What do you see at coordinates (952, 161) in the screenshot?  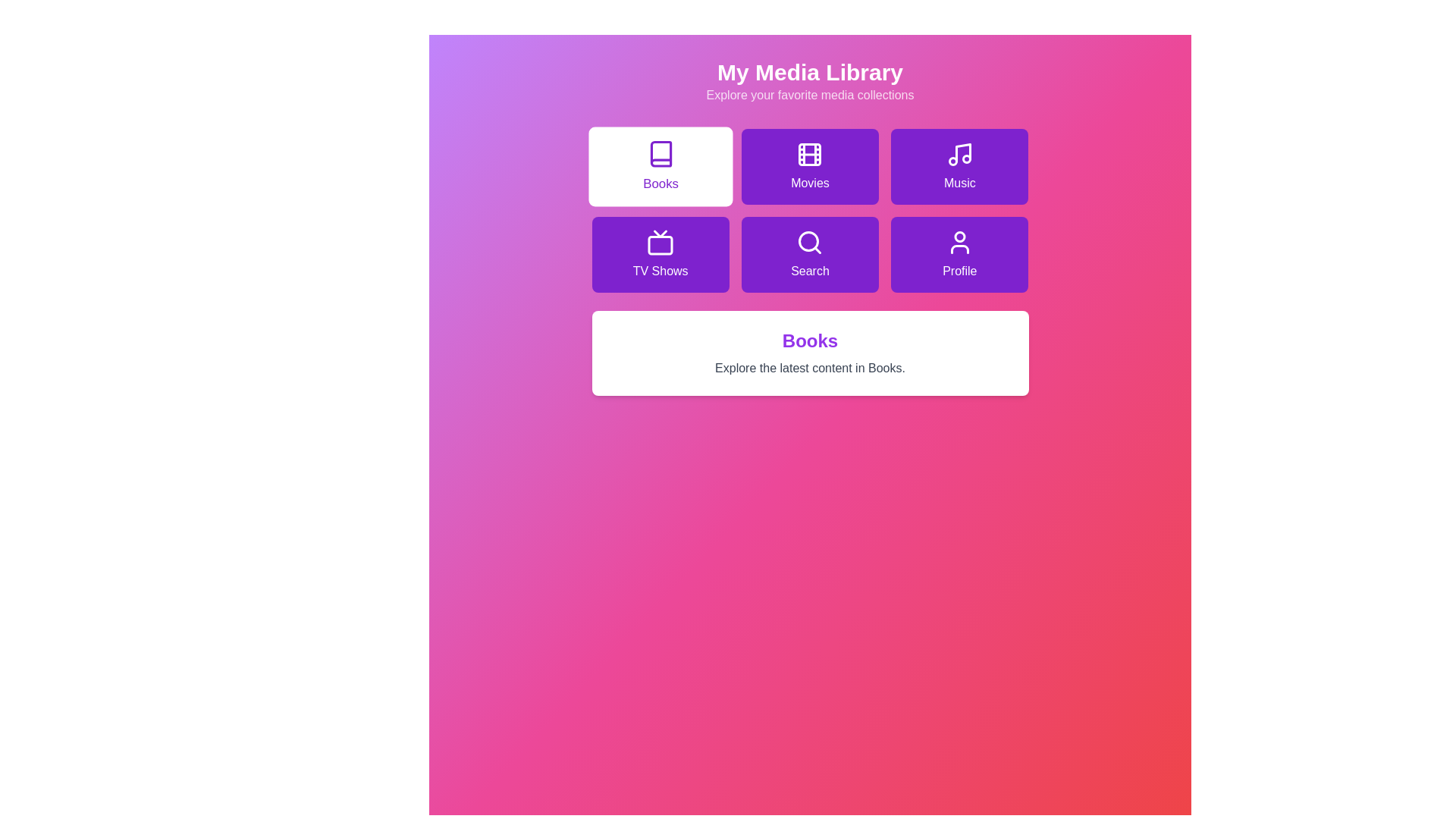 I see `the SVG Circle element that is part of the 'Music' icon, located in the top row of interactive icons, positioned slightly left and below the central main graphic element` at bounding box center [952, 161].